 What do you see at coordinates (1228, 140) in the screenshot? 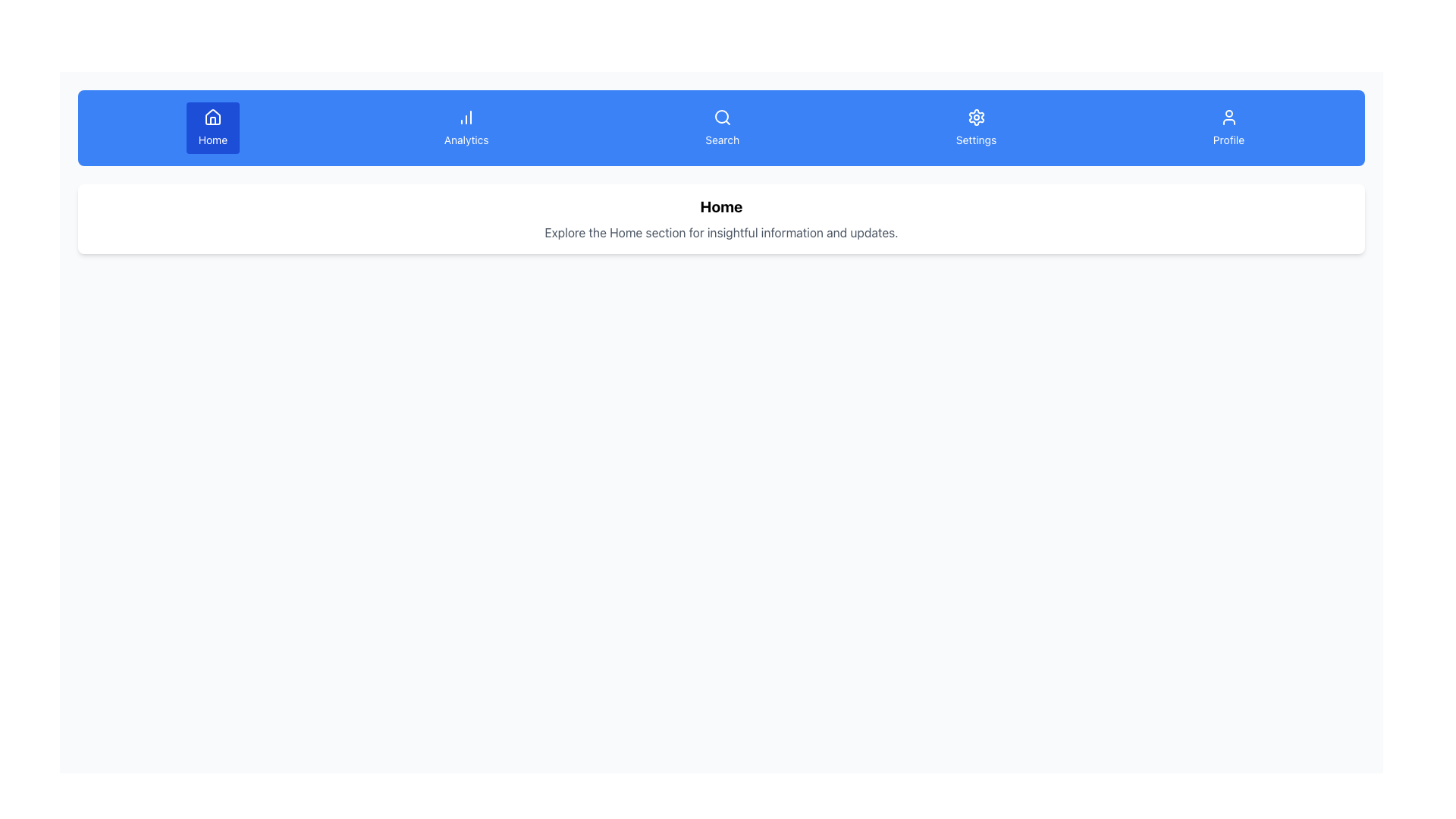
I see `the Text Label that describes the user profile section in the navigation bar, located at the far right and below the profile icon` at bounding box center [1228, 140].